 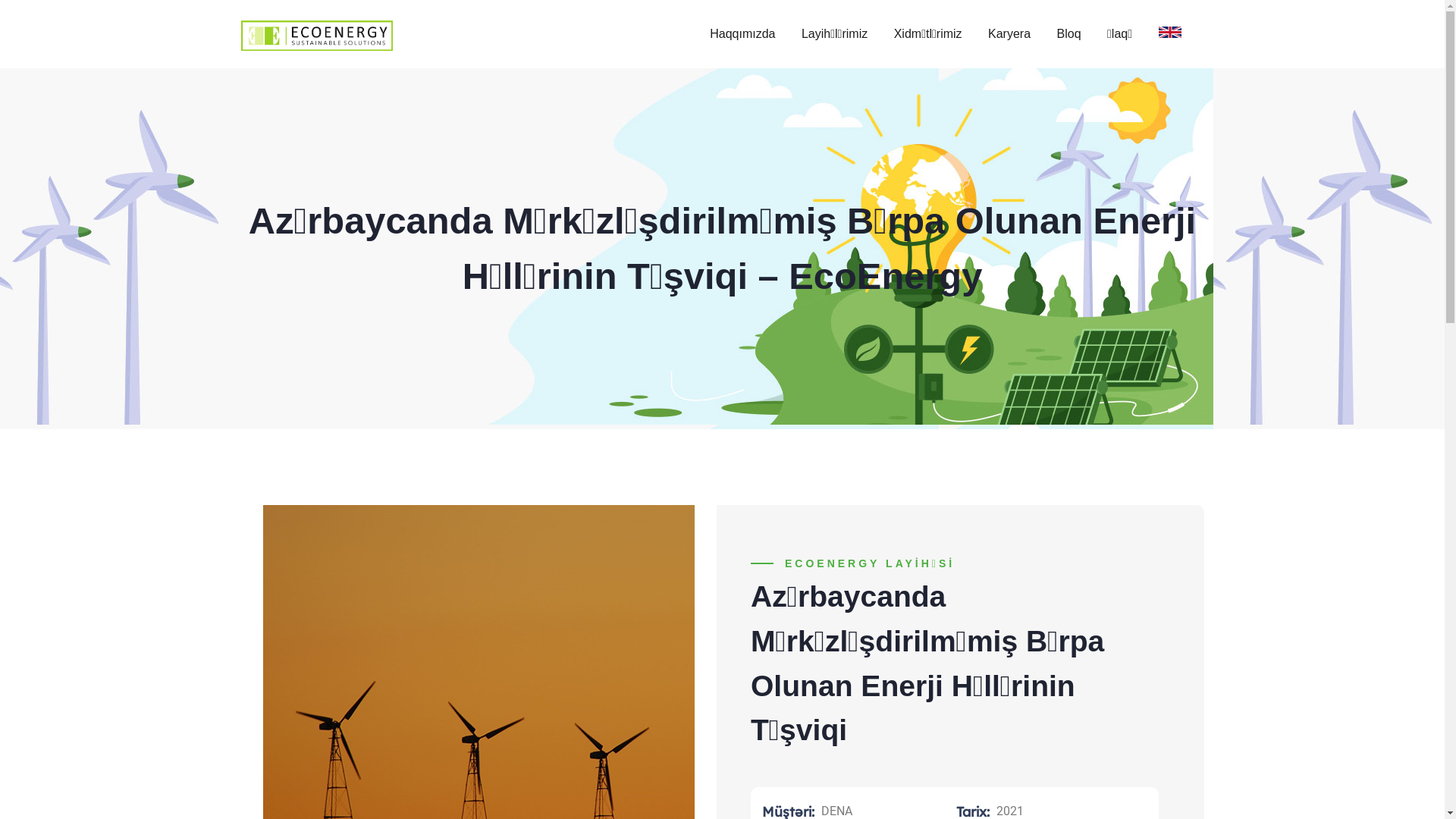 What do you see at coordinates (1068, 34) in the screenshot?
I see `'Bloq'` at bounding box center [1068, 34].